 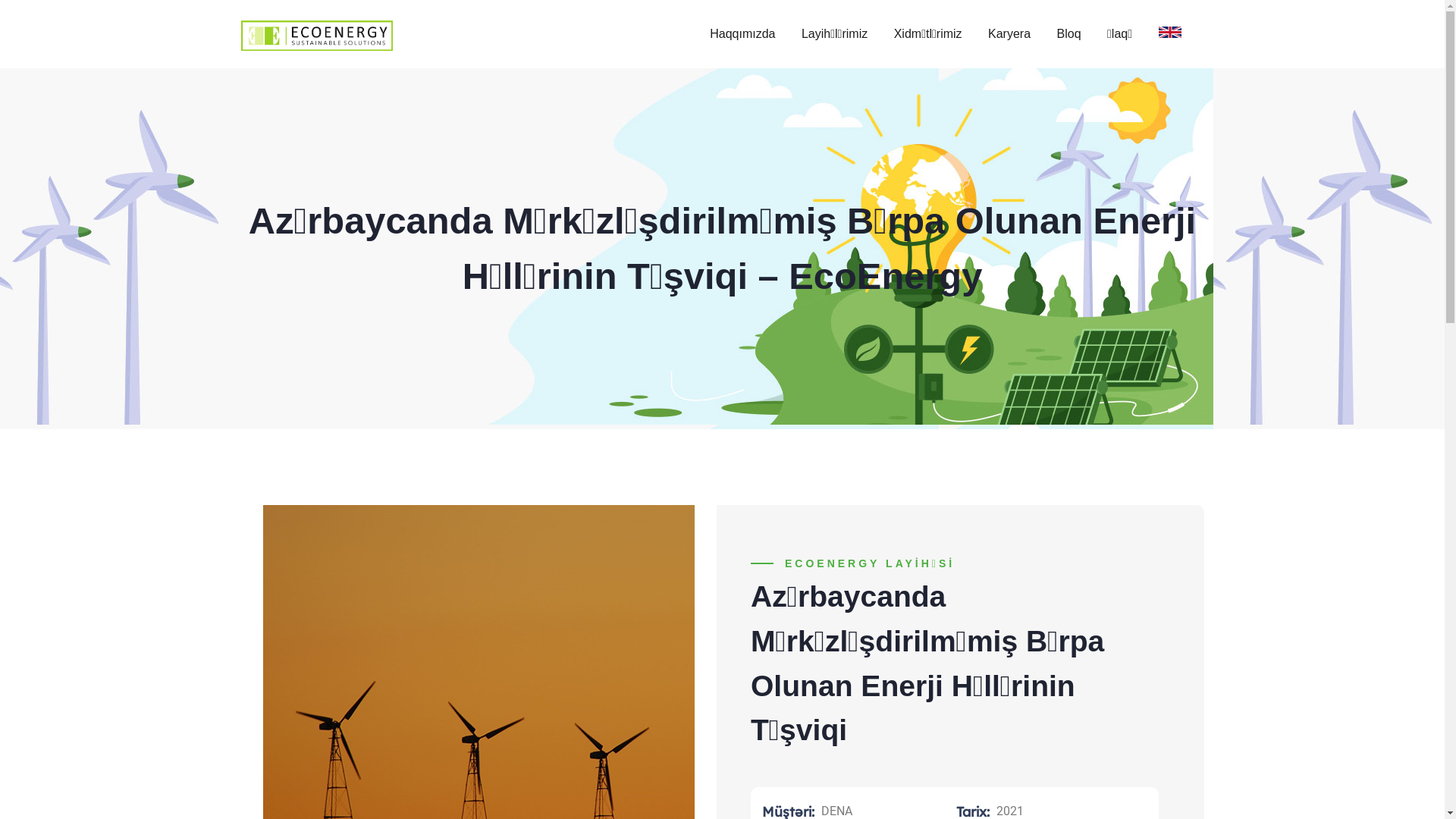 What do you see at coordinates (1068, 34) in the screenshot?
I see `'Bloq'` at bounding box center [1068, 34].